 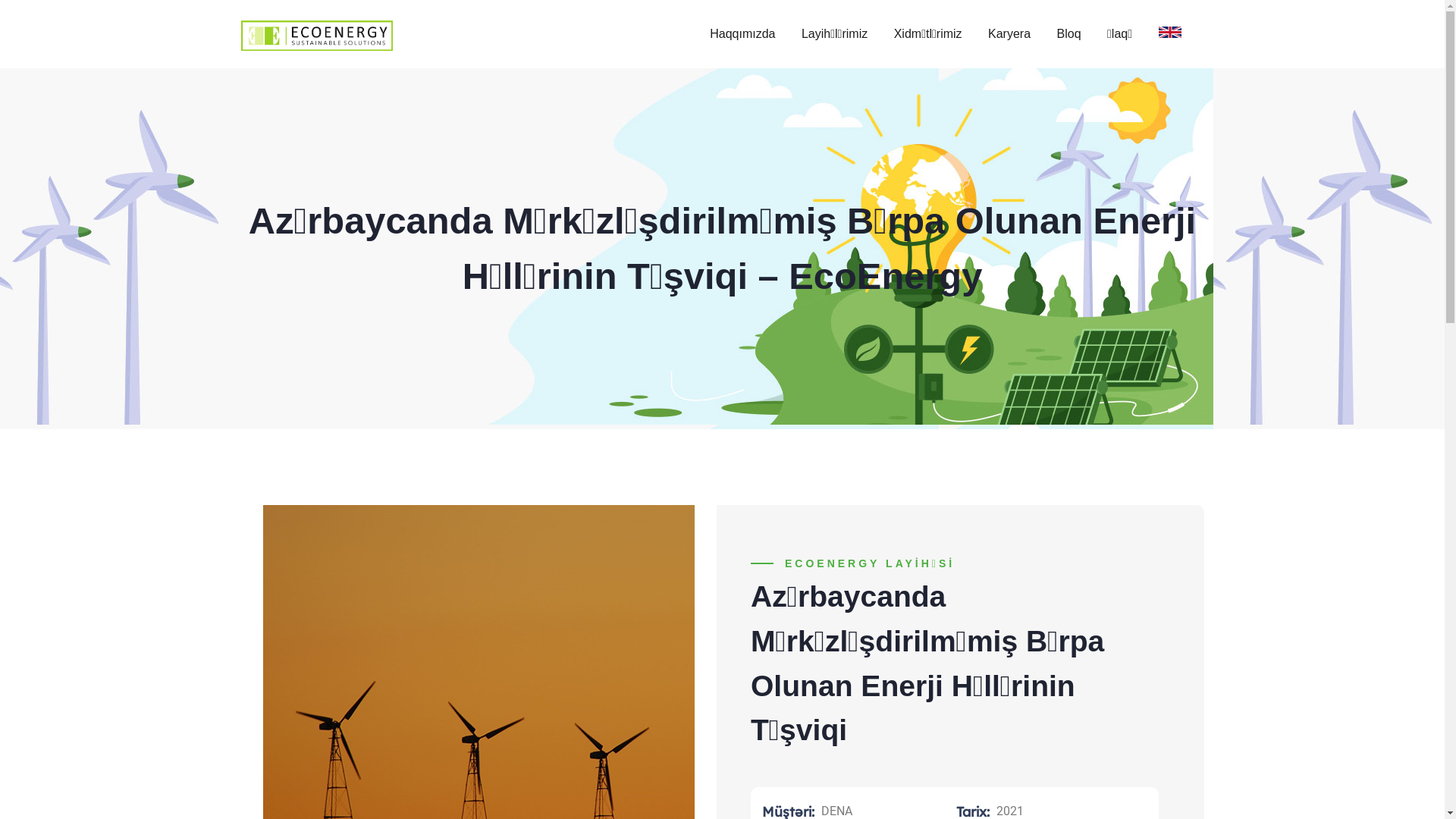 What do you see at coordinates (1068, 34) in the screenshot?
I see `'Bloq'` at bounding box center [1068, 34].